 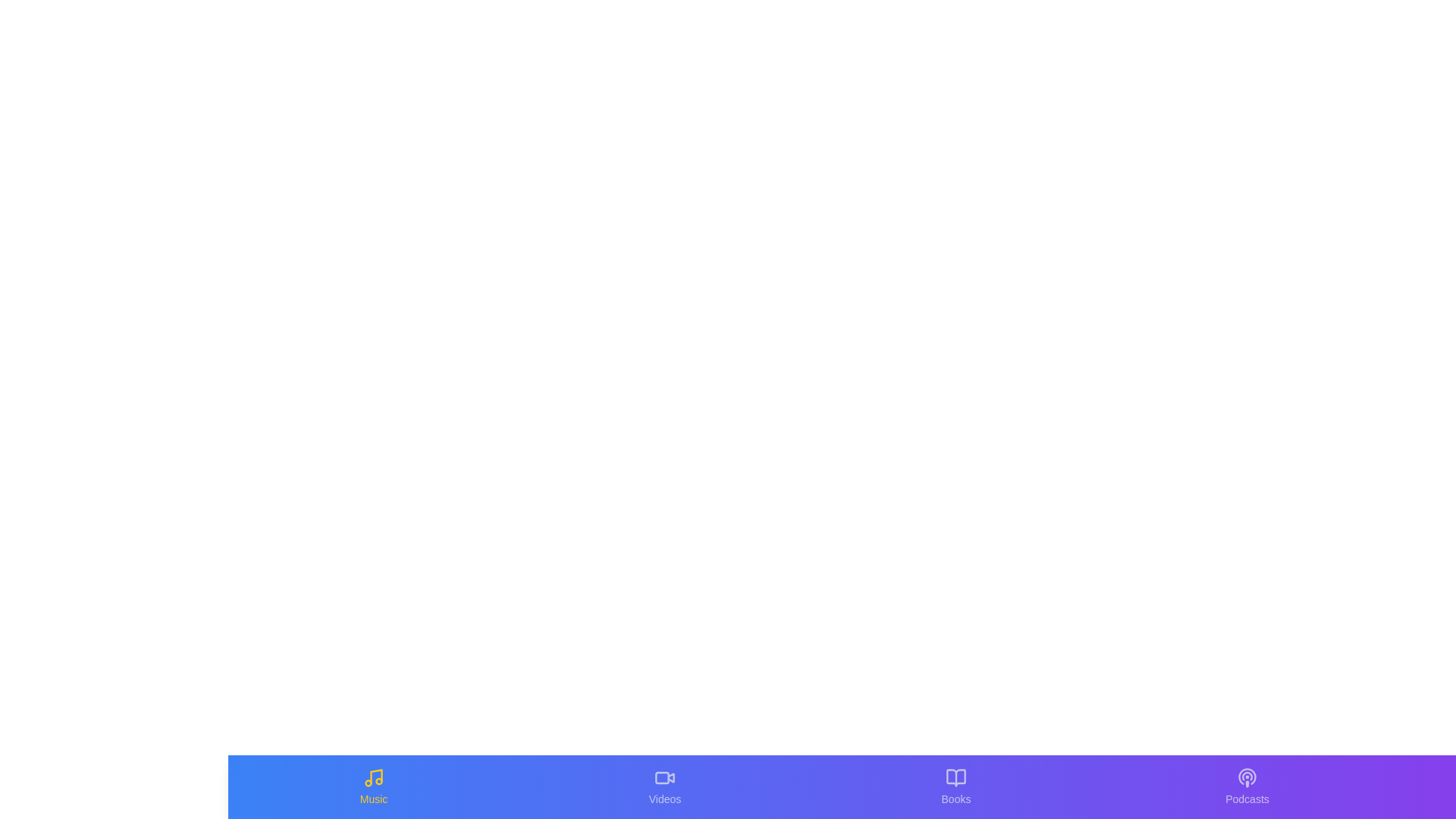 What do you see at coordinates (955, 786) in the screenshot?
I see `the tab labeled Books` at bounding box center [955, 786].